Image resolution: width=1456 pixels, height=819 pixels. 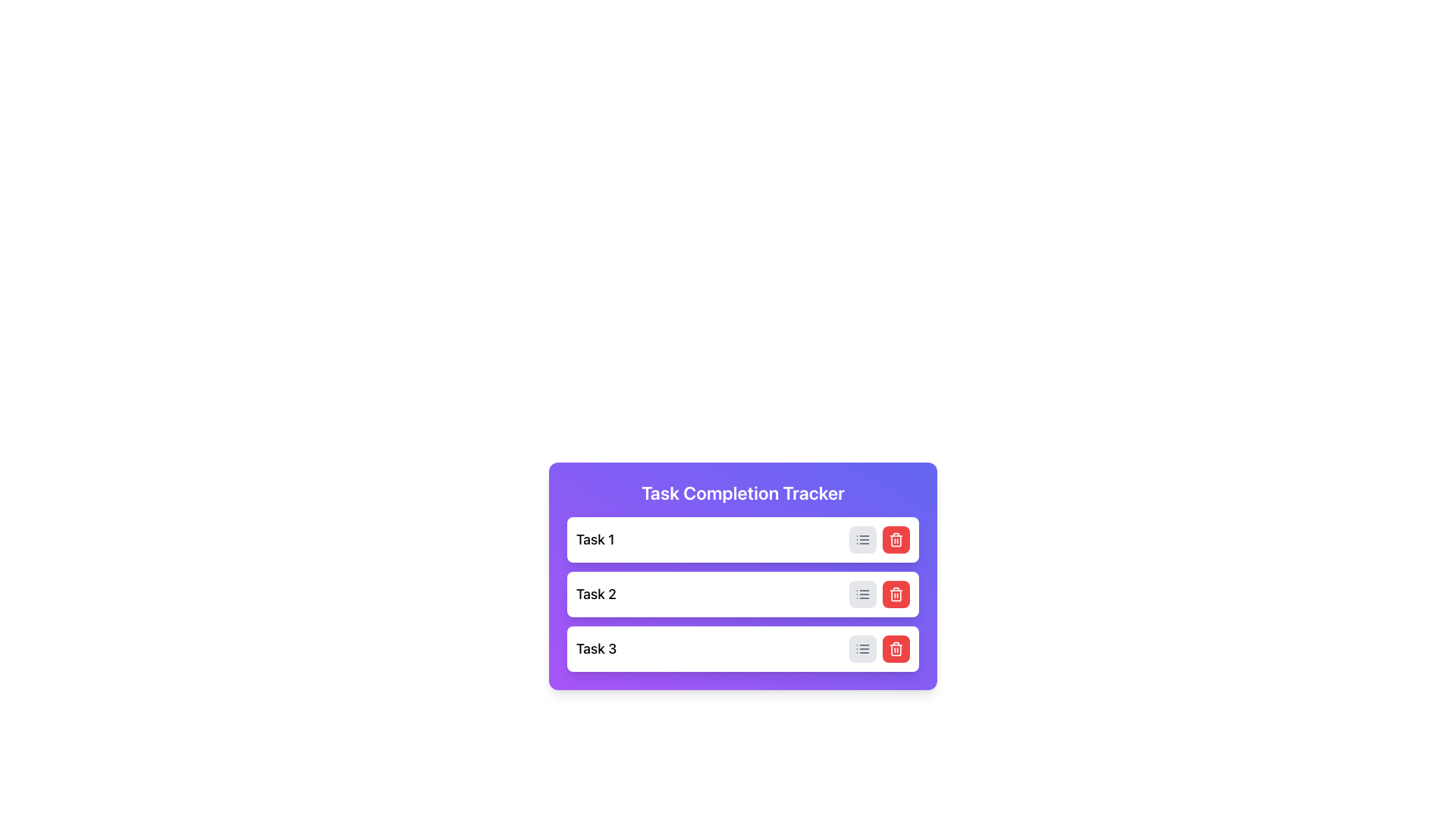 What do you see at coordinates (742, 593) in the screenshot?
I see `the second task item labeled 'Task 2' in the Task Completion Tracker` at bounding box center [742, 593].